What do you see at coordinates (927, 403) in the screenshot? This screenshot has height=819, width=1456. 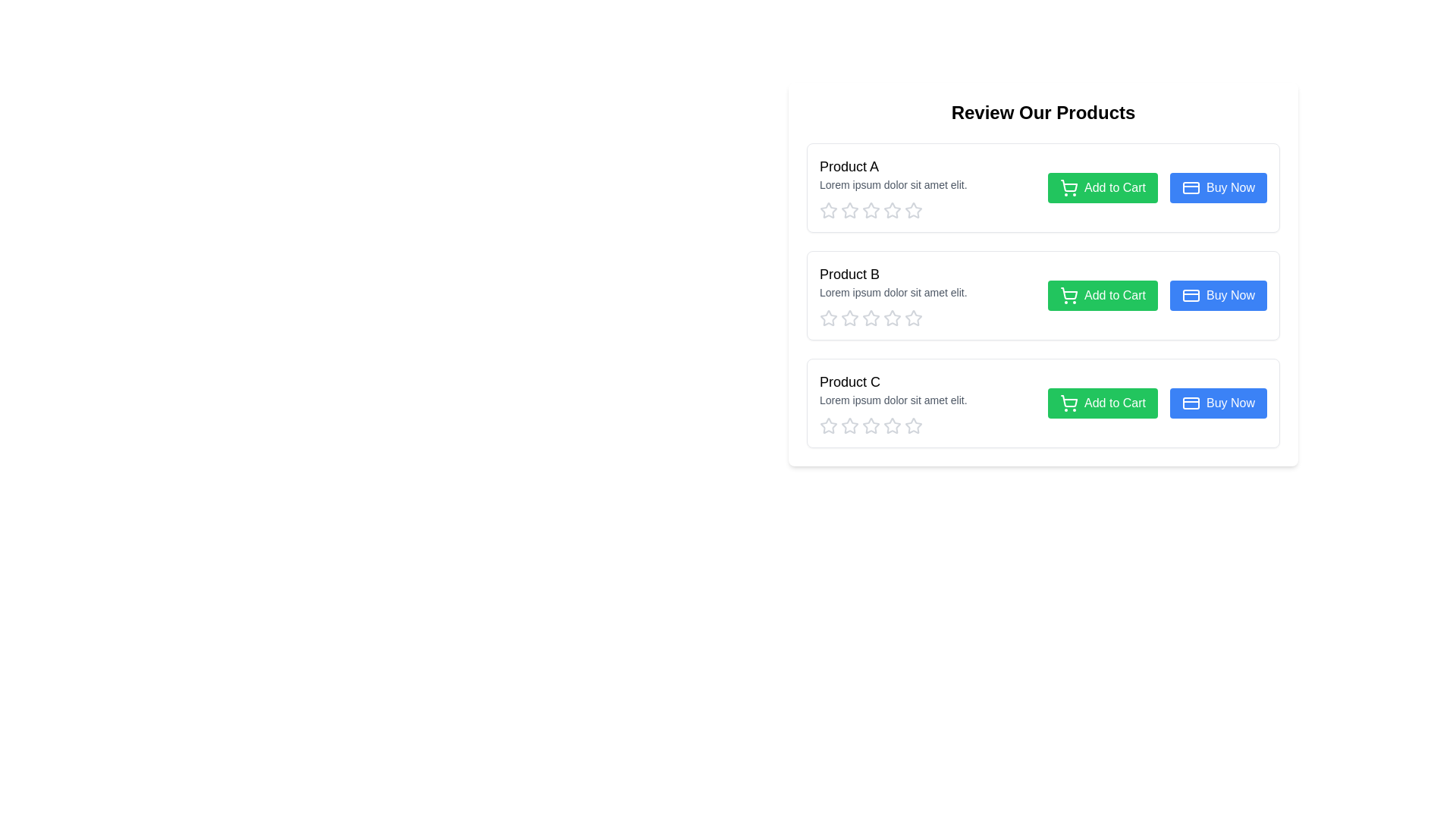 I see `the text segment providing the title and description for 'Product C'` at bounding box center [927, 403].